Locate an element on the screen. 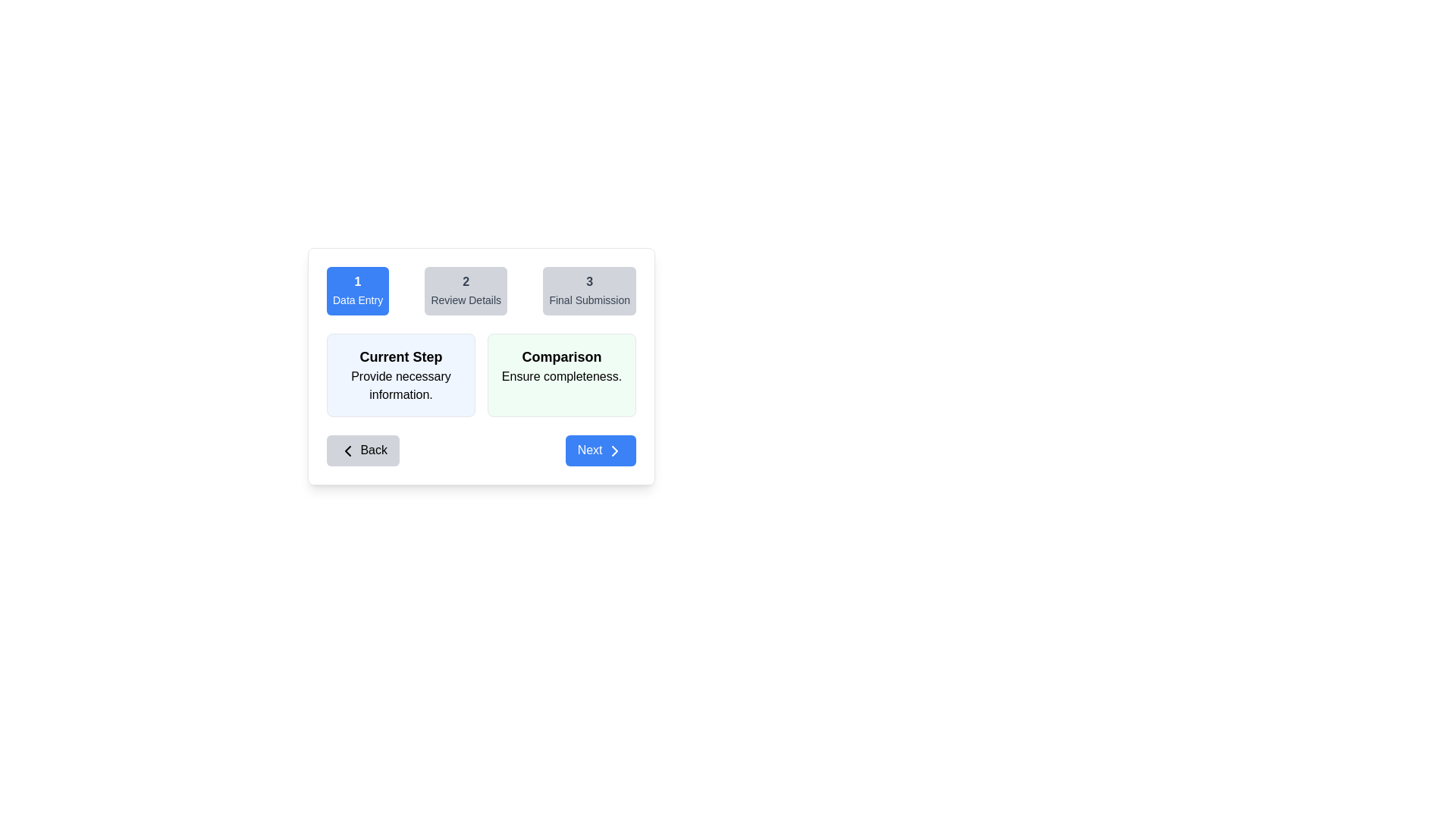 This screenshot has height=819, width=1456. the second interactive button from the right in the navigation section to proceed to the next step is located at coordinates (600, 450).